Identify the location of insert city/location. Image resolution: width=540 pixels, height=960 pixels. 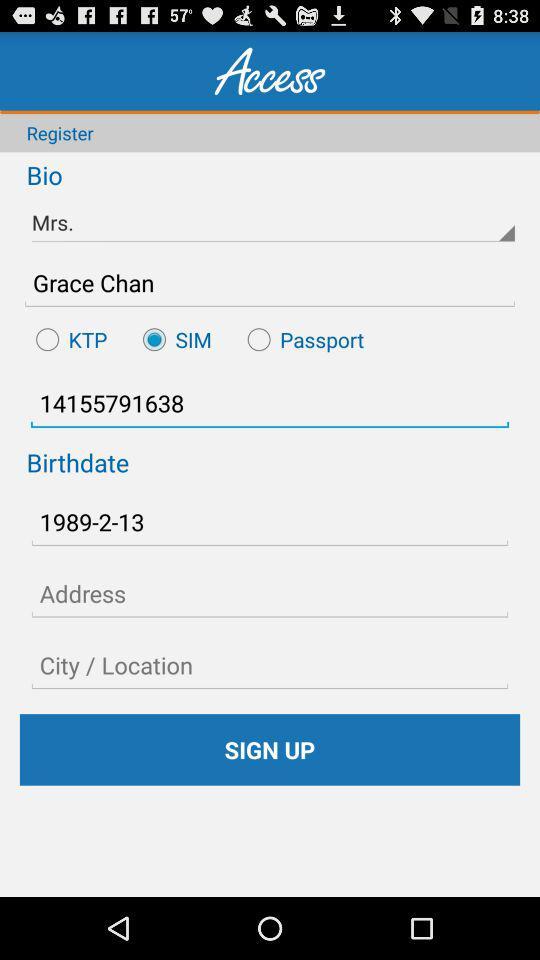
(270, 665).